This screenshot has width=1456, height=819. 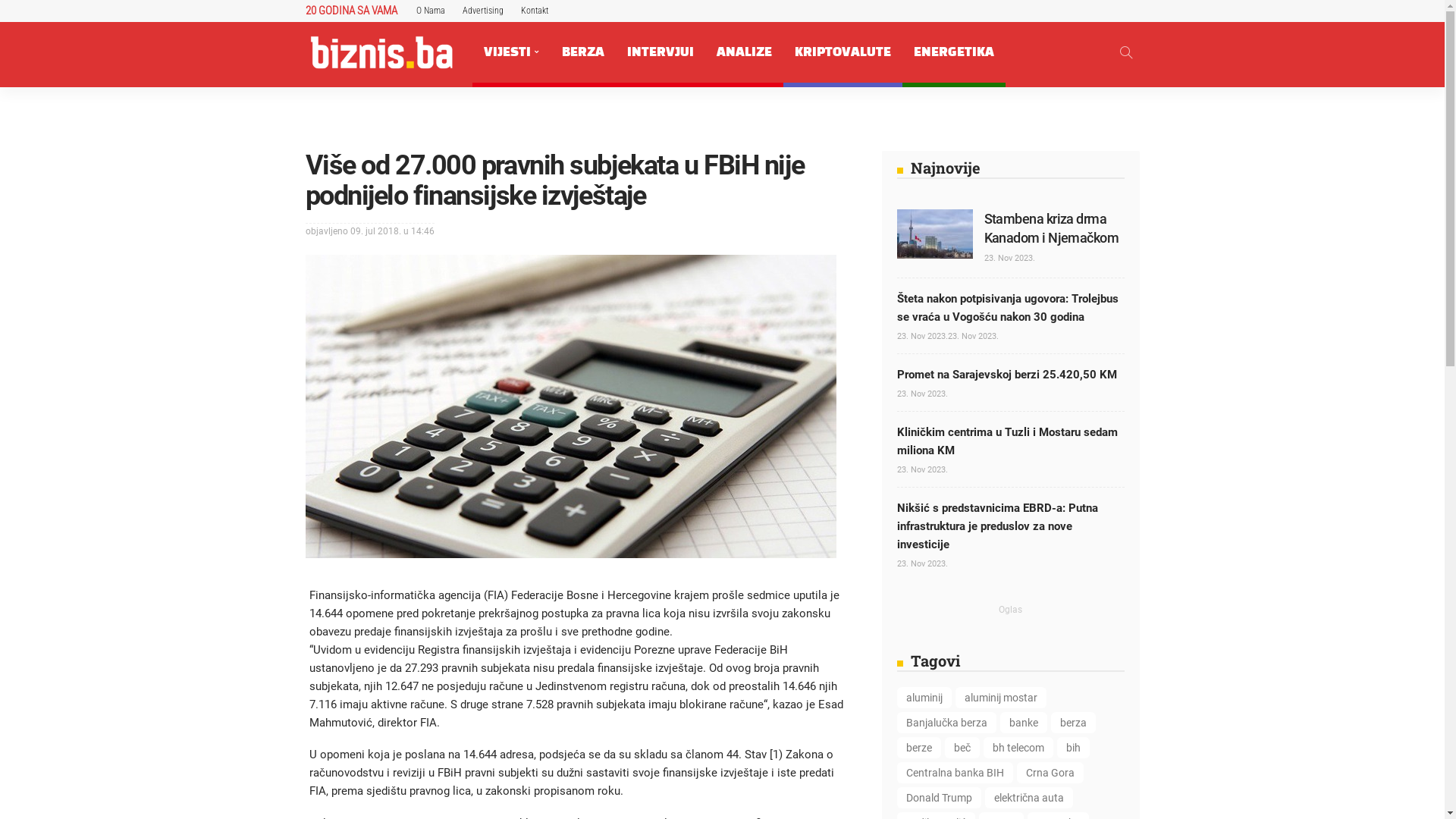 I want to click on 'Promet na Sarajevskoj berzi 25.420,50 KM', so click(x=1006, y=374).